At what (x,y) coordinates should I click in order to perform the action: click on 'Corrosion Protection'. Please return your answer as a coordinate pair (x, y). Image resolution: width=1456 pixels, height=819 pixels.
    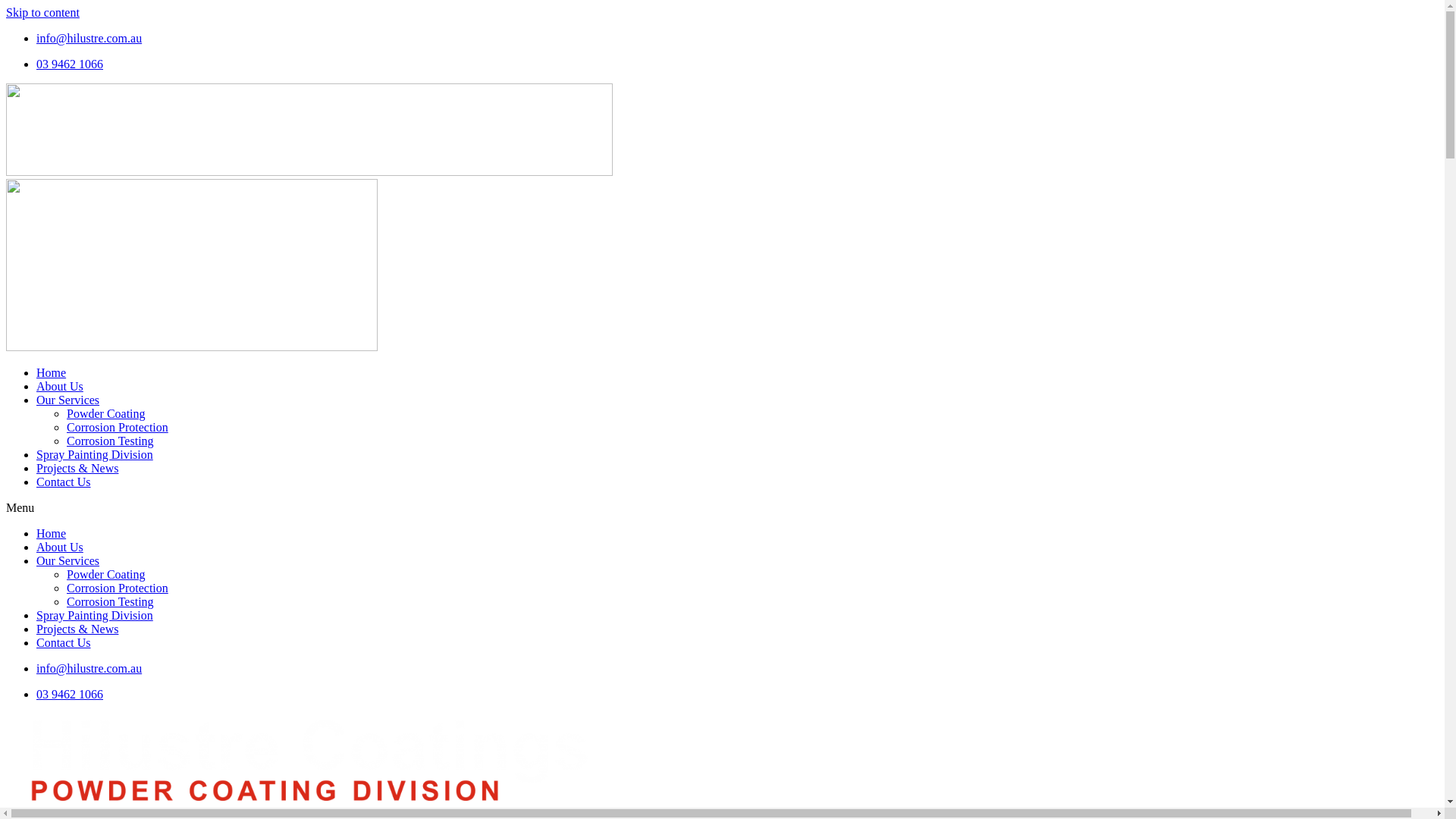
    Looking at the image, I should click on (116, 427).